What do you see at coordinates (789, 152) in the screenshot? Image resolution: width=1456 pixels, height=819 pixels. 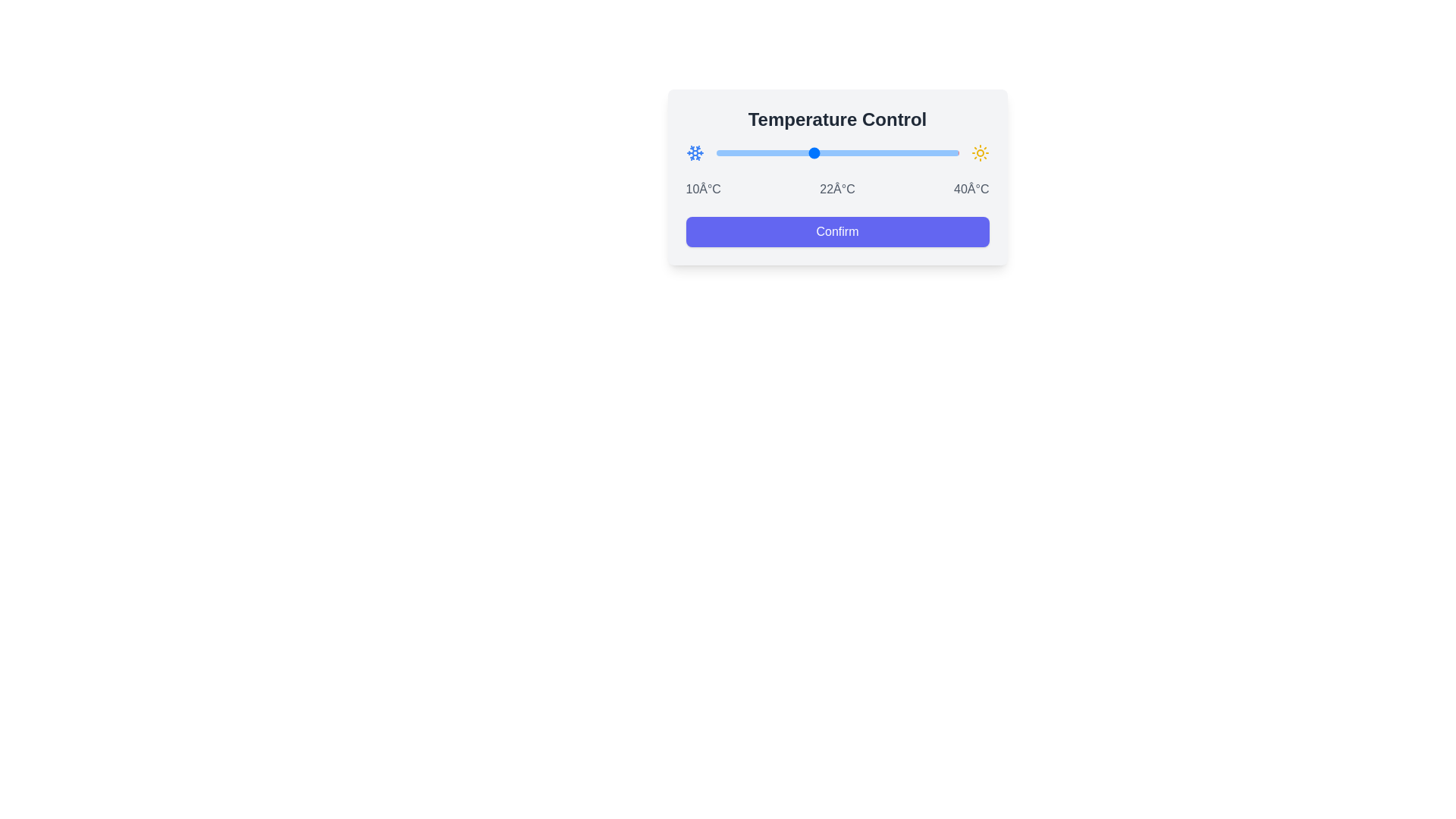 I see `the slider to set the temperature to 19°C` at bounding box center [789, 152].